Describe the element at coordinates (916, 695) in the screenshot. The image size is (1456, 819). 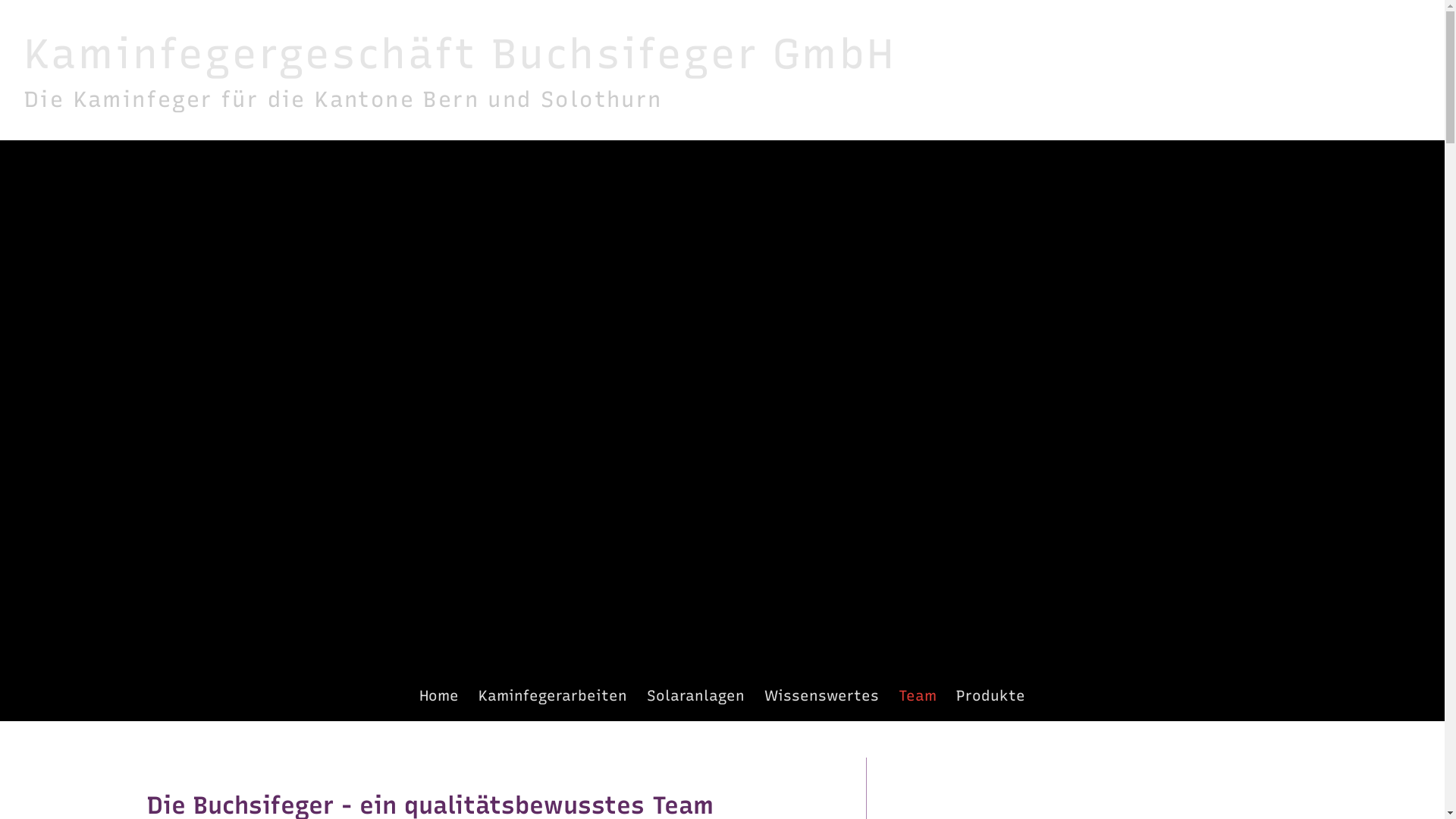
I see `'Team'` at that location.